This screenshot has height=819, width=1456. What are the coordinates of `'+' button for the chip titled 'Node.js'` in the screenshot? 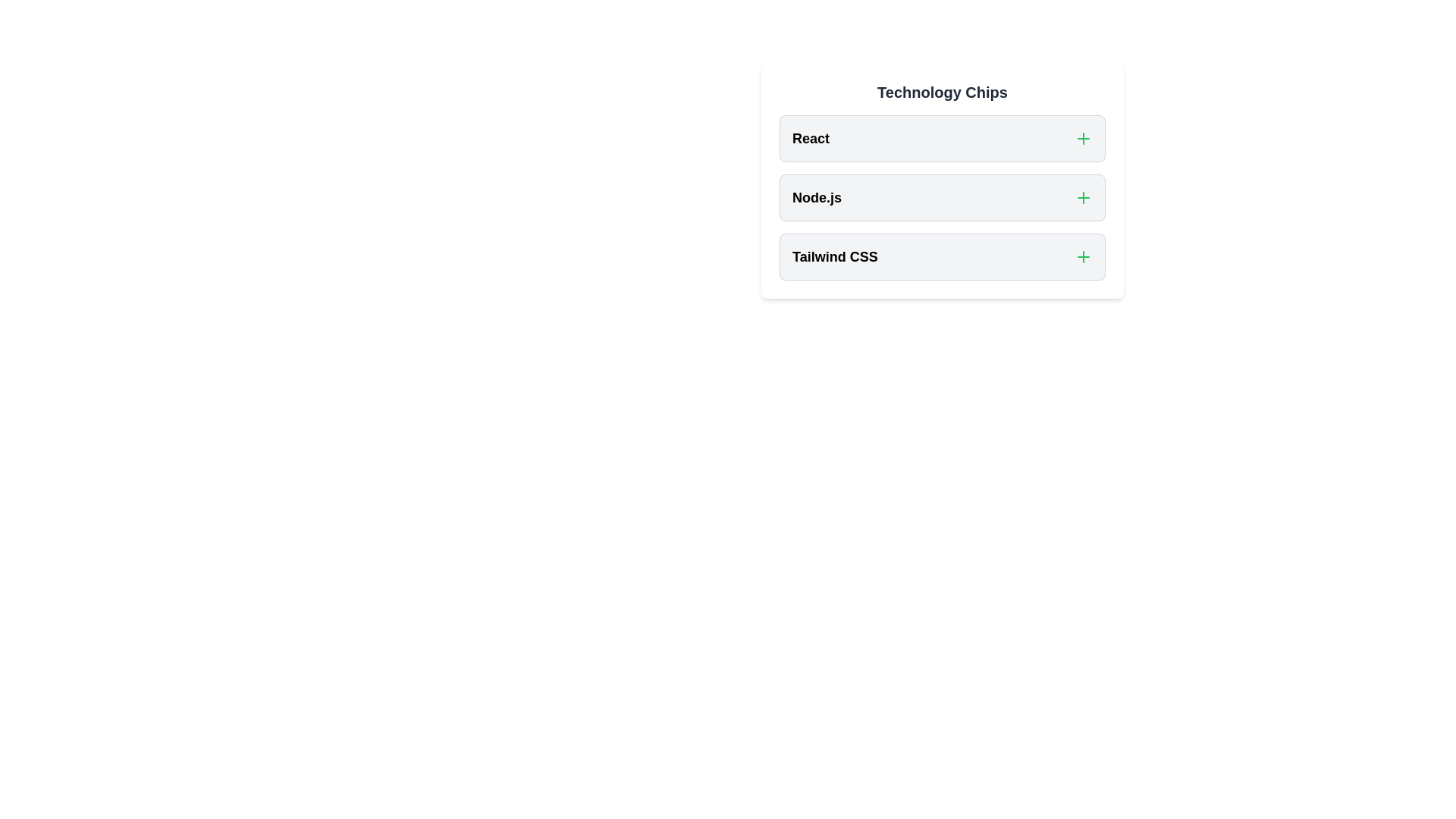 It's located at (1083, 197).